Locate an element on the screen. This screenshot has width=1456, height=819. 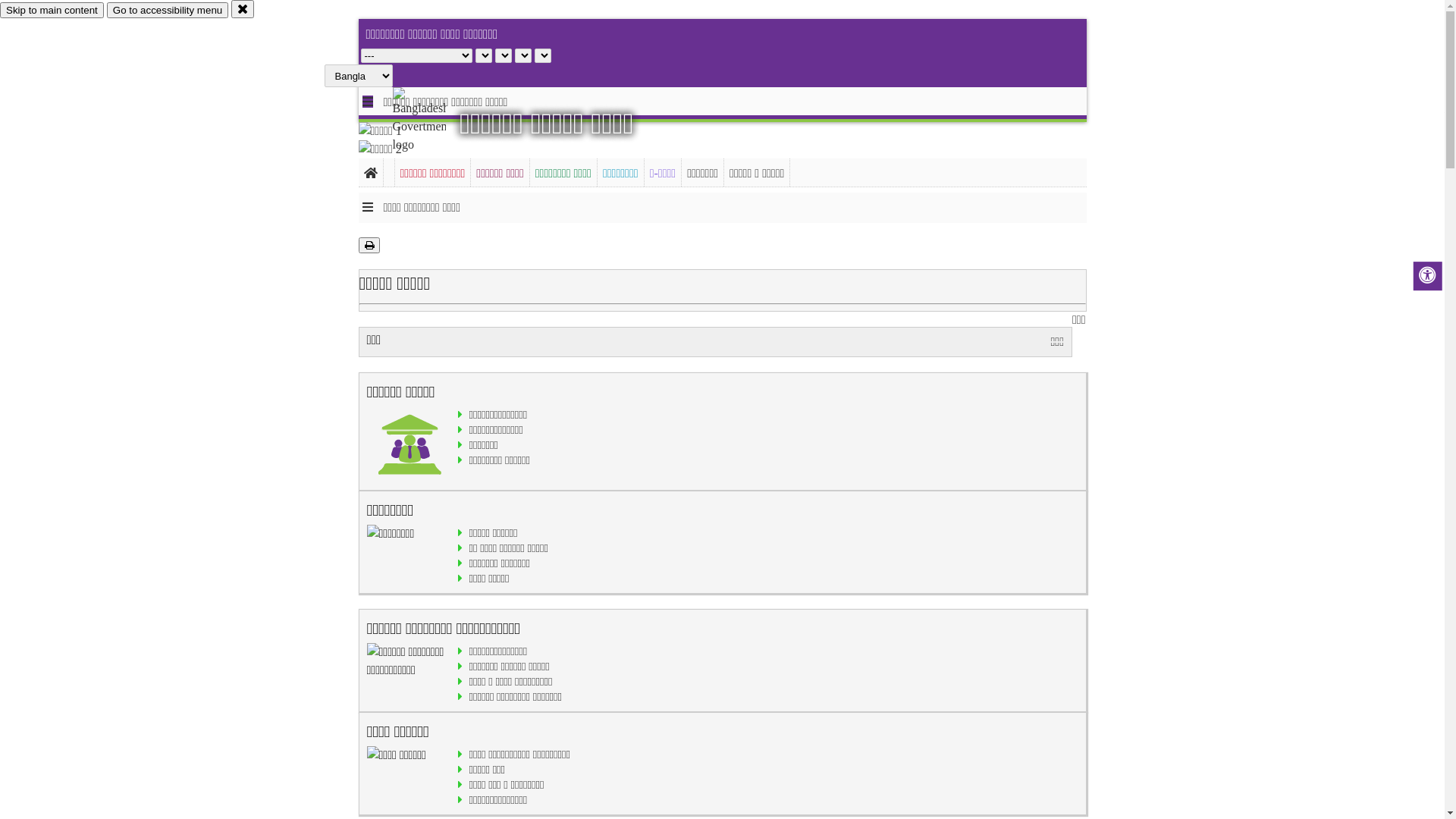
'close' is located at coordinates (243, 8).